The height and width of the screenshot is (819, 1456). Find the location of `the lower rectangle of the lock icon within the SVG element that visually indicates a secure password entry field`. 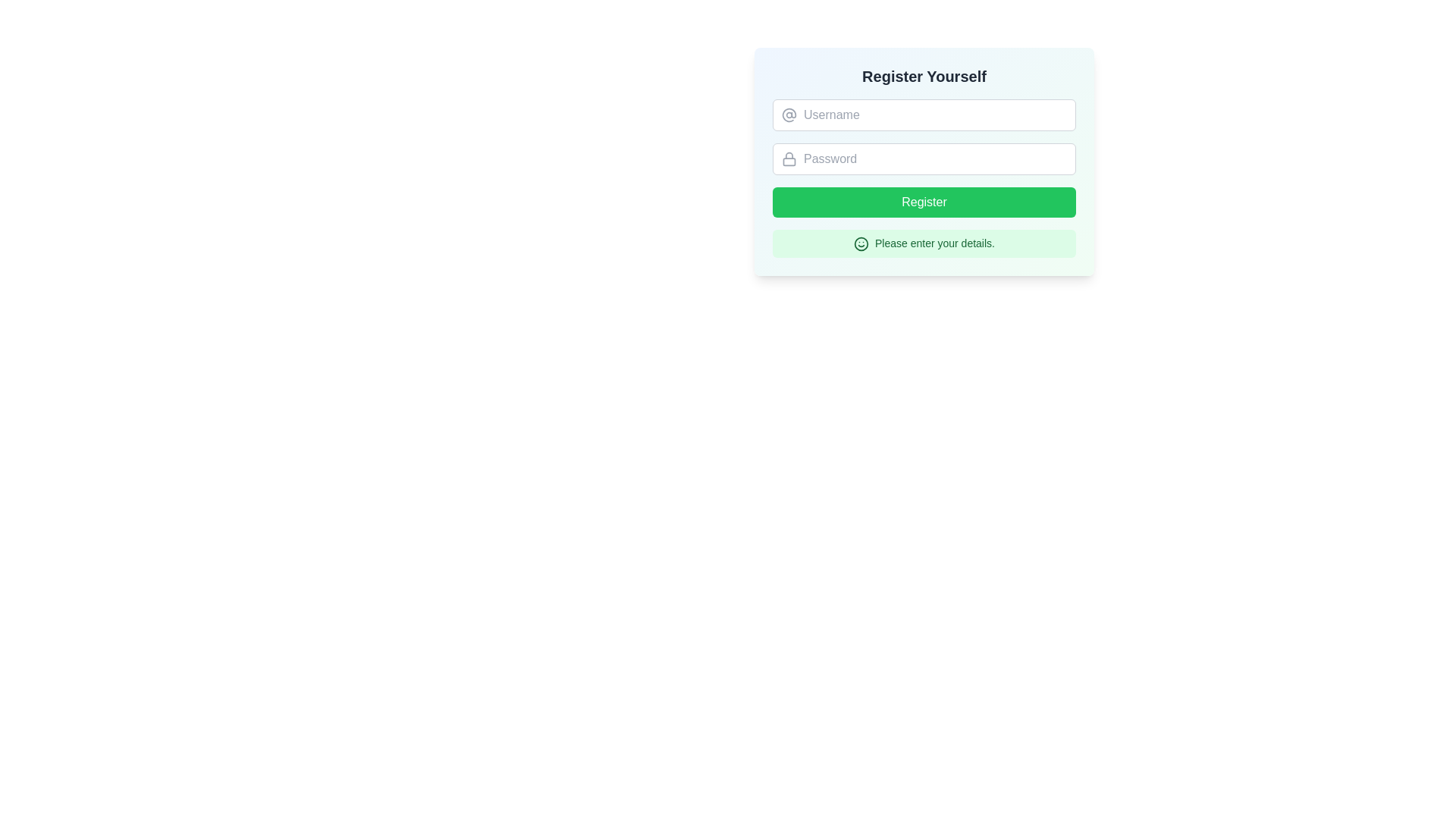

the lower rectangle of the lock icon within the SVG element that visually indicates a secure password entry field is located at coordinates (789, 162).